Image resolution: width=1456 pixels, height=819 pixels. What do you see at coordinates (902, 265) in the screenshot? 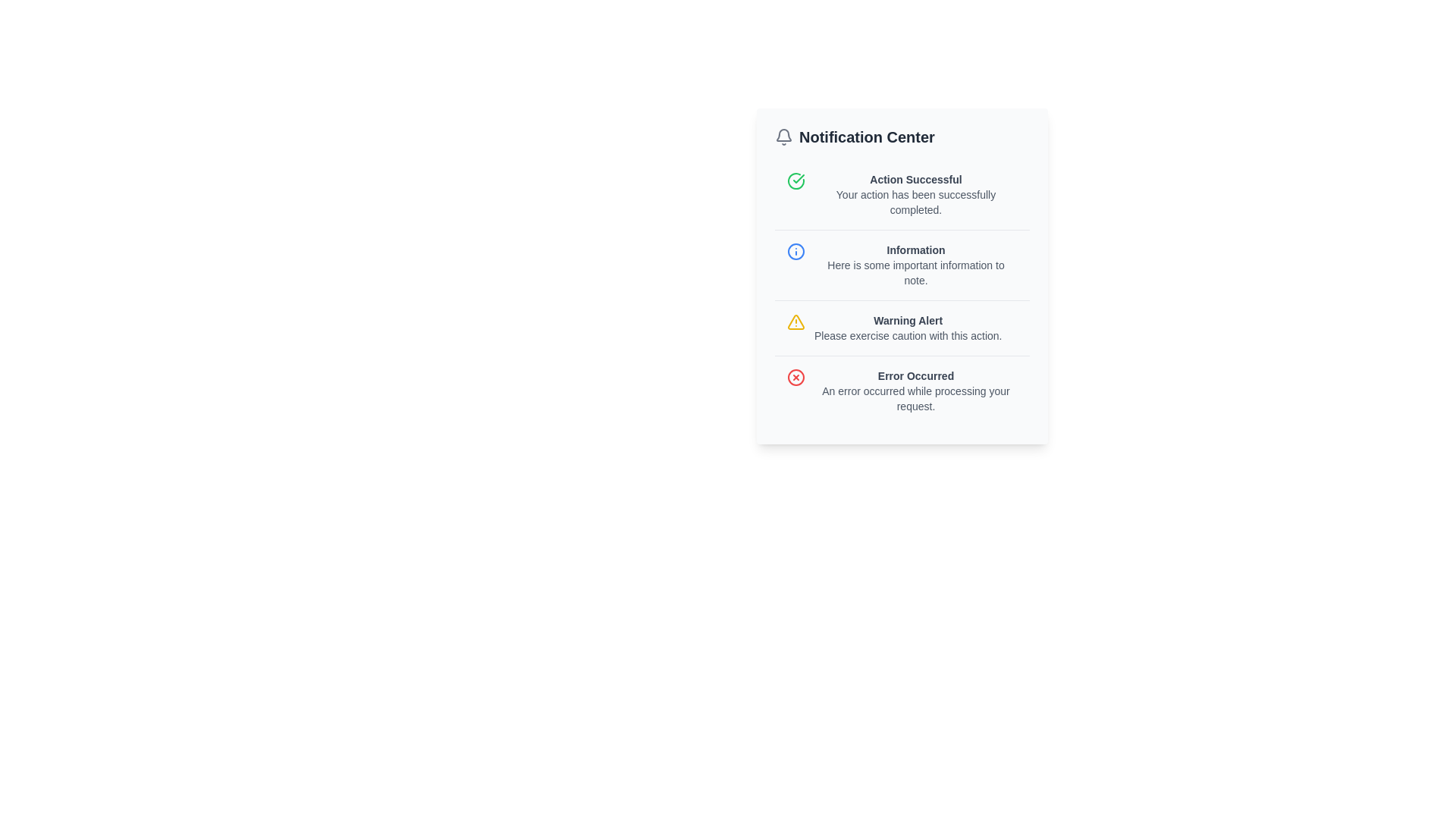
I see `the second notification box that conveys non-critical information, located beneath 'Action Successful' and above 'Warning Alert'` at bounding box center [902, 265].